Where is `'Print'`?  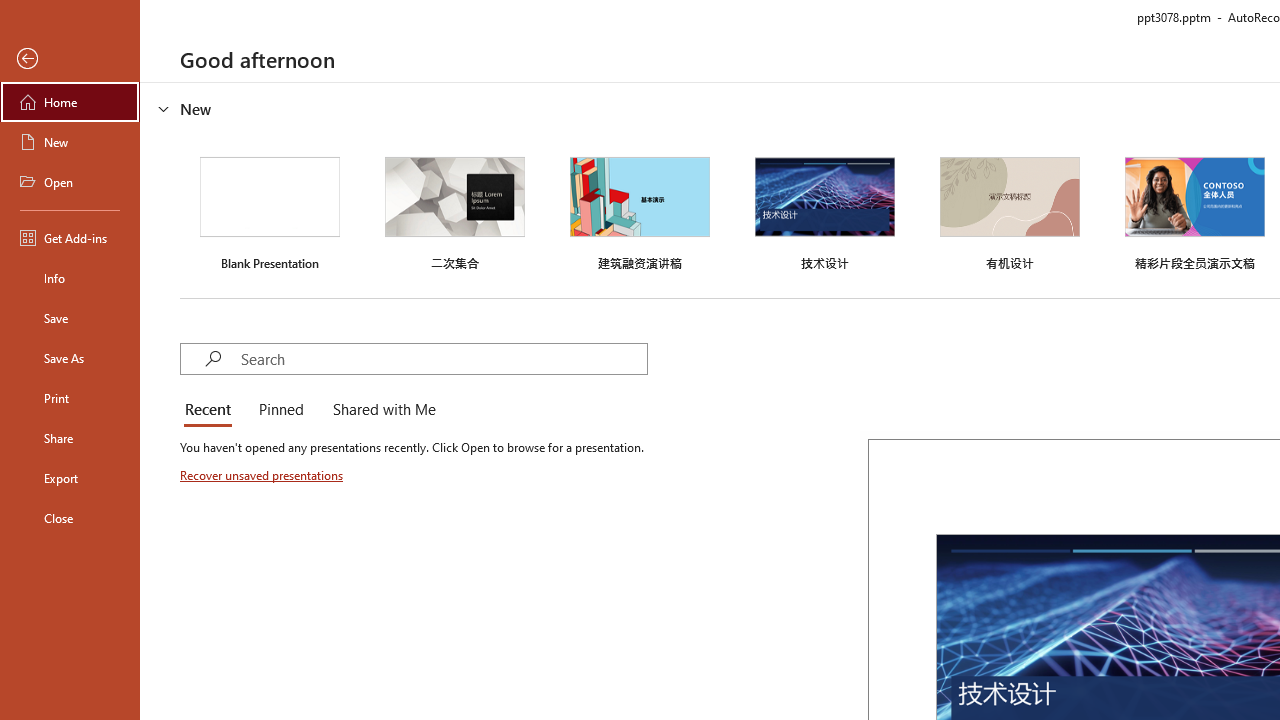
'Print' is located at coordinates (69, 398).